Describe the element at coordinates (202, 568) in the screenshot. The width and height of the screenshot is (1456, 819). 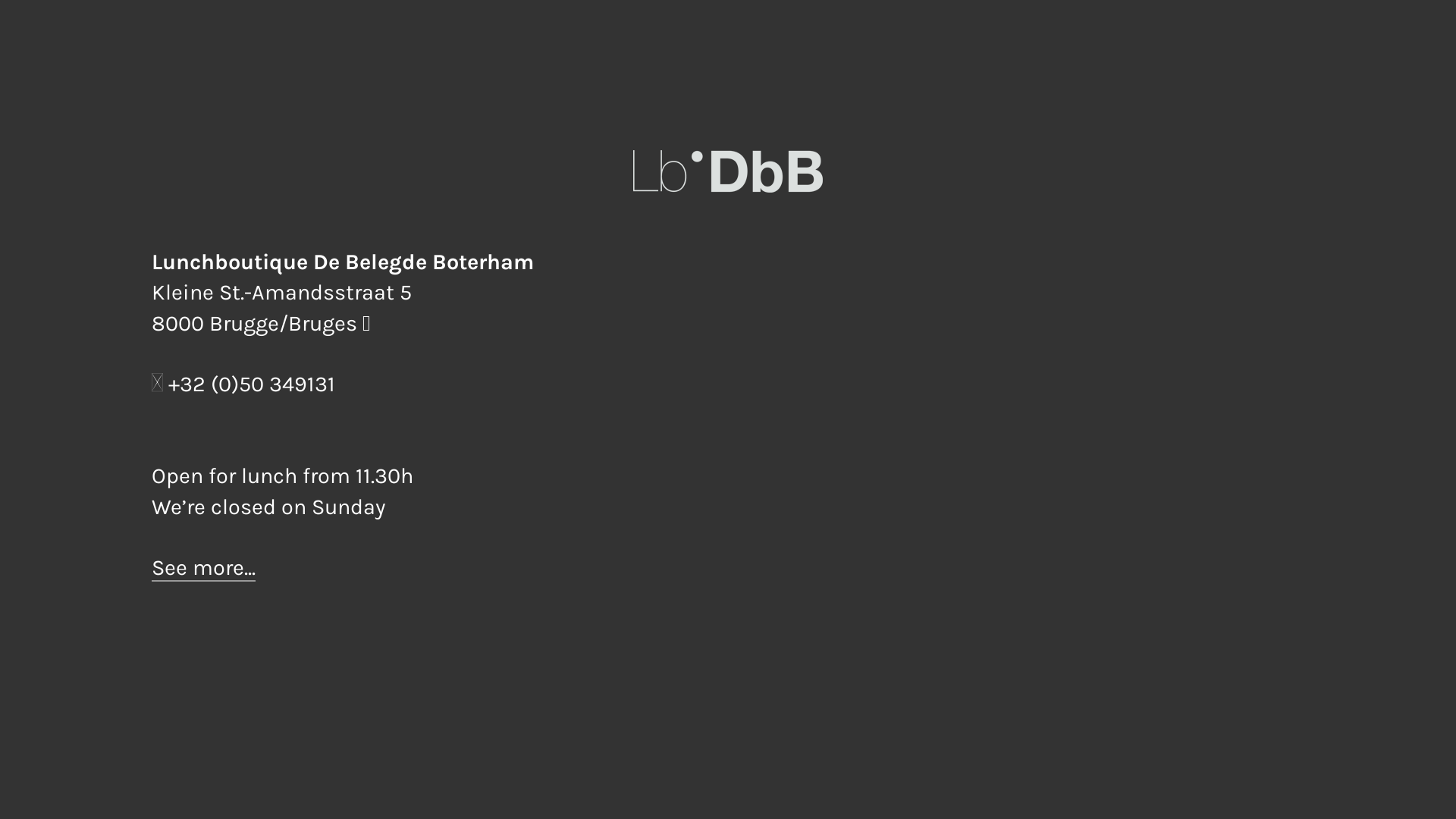
I see `'See more...'` at that location.